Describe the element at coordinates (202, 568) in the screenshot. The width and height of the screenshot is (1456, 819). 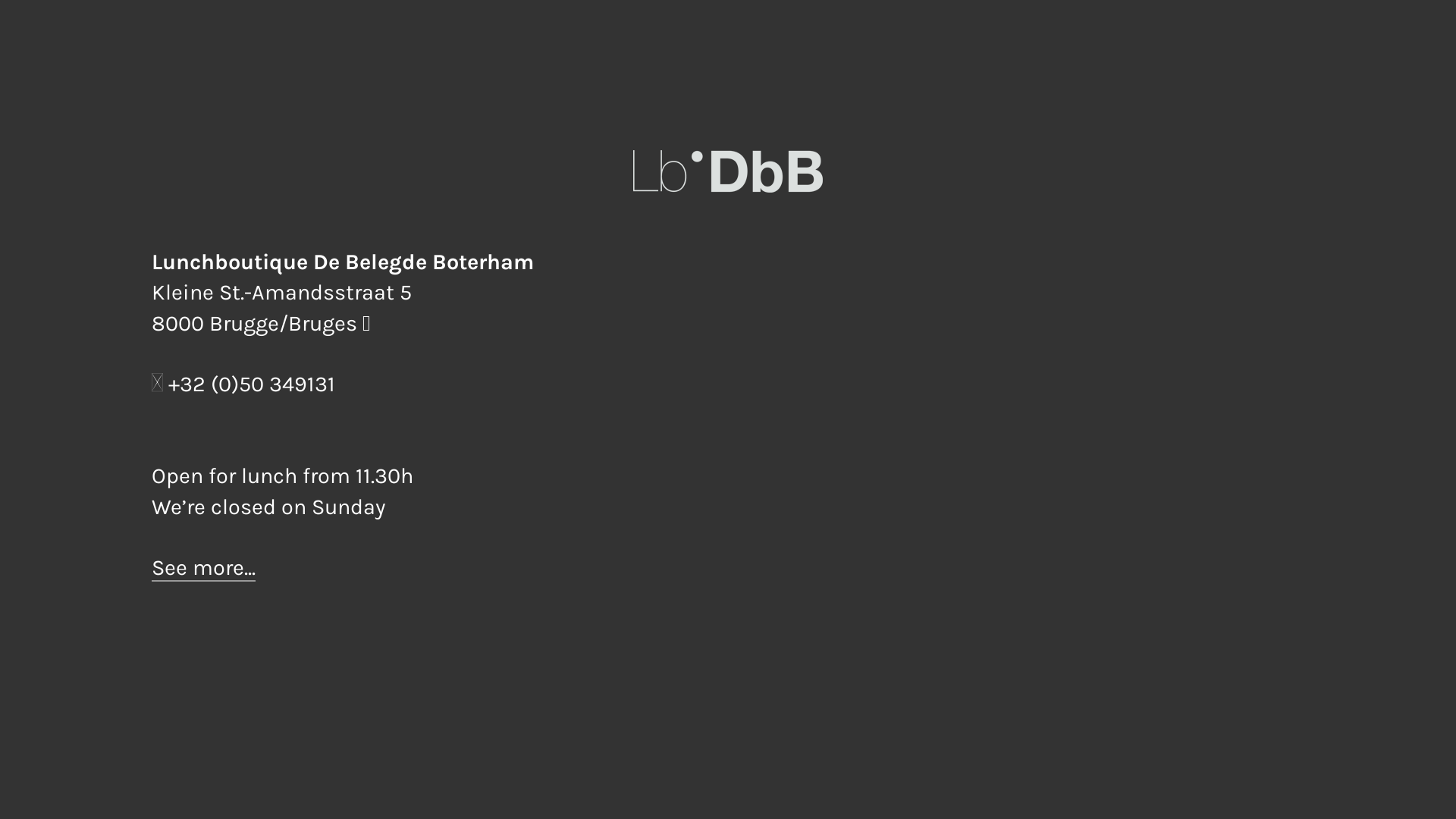
I see `'See more...'` at that location.